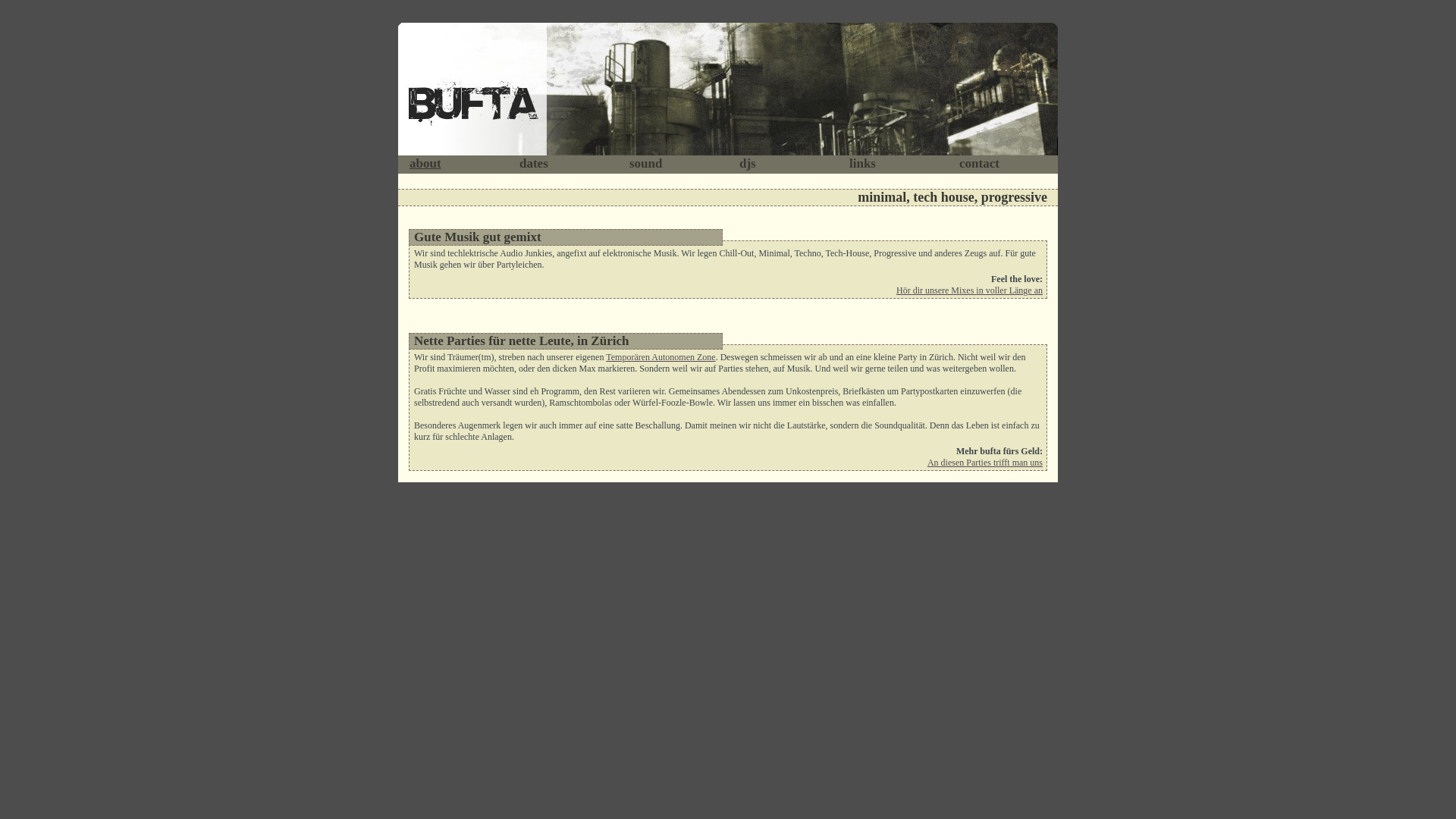  I want to click on 'links', so click(862, 163).